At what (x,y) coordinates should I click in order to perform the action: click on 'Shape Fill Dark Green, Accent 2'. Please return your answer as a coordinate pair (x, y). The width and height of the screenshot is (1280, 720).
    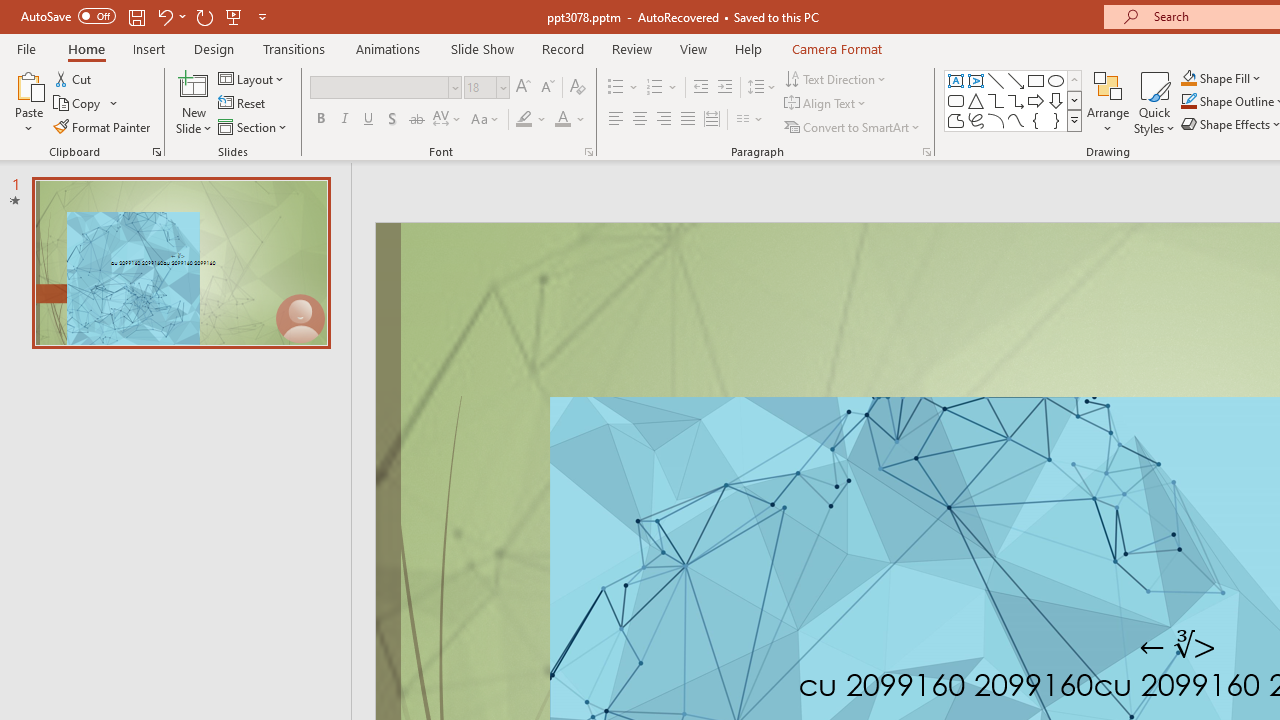
    Looking at the image, I should click on (1189, 77).